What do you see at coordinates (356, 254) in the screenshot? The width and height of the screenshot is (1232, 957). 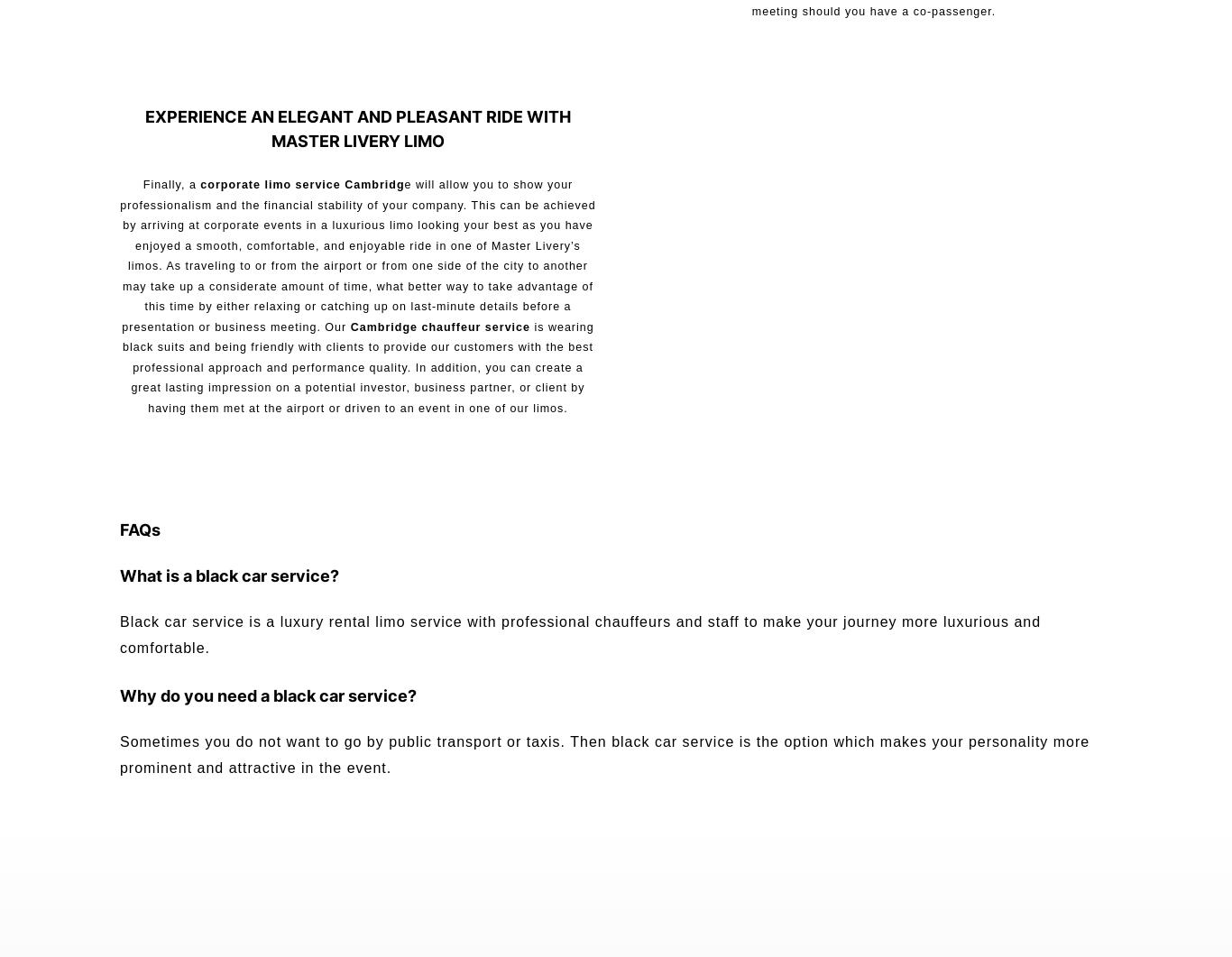 I see `'e will allow you to show your professionalism and the financial stability of your company. This can be achieved by arriving at corporate events in a luxurious limo looking your best as you have enjoyed a smooth, comfortable, and enjoyable ride in one of Master Livery’s limos. As traveling to or from the airport or from one side of the city to another may take up a considerate amount of time, what better way to take advantage of this time by either relaxing or catching up on last-minute details before a presentation or business meeting. Our'` at bounding box center [356, 254].